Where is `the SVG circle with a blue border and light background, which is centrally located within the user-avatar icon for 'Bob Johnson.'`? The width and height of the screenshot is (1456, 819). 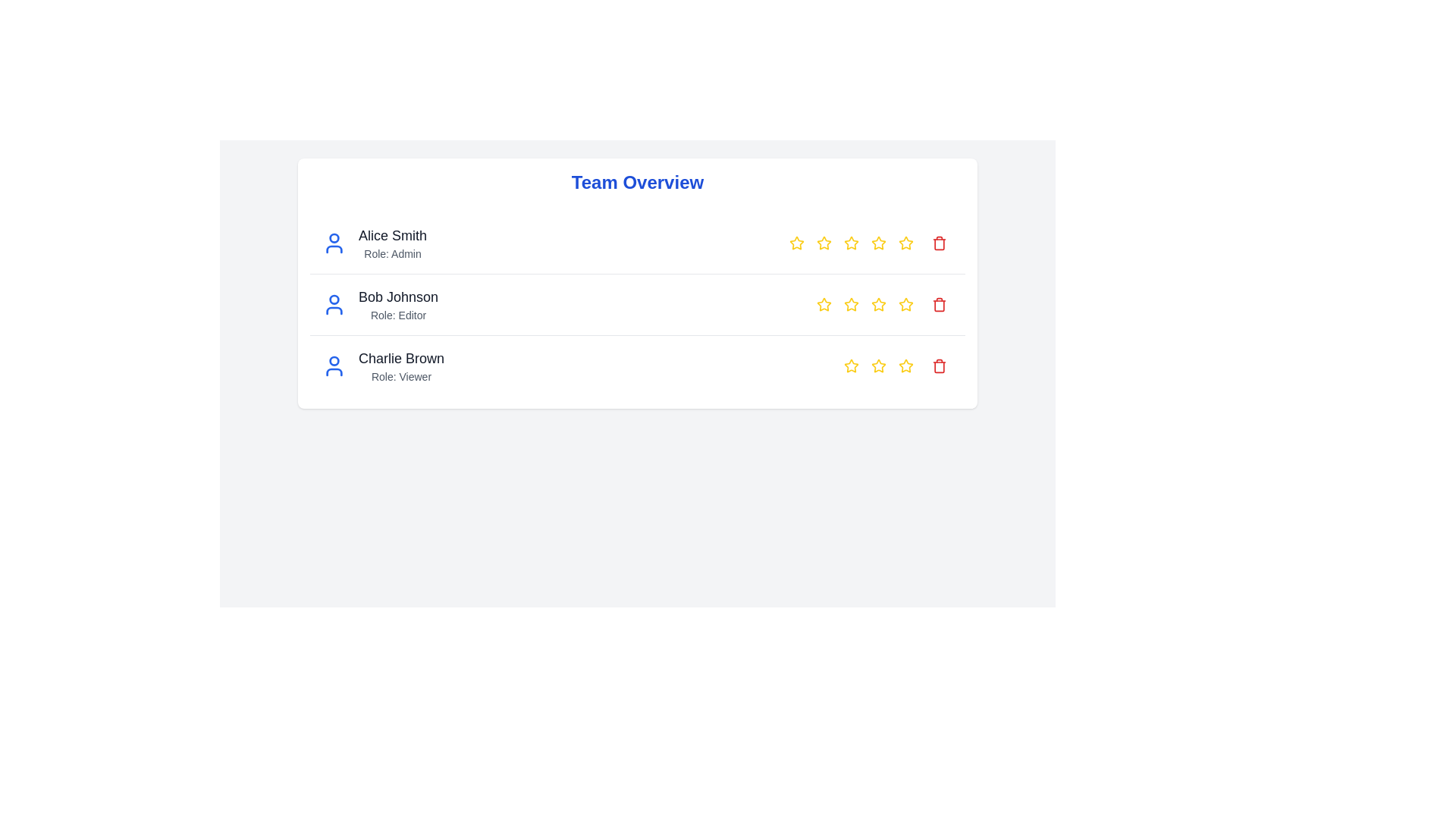 the SVG circle with a blue border and light background, which is centrally located within the user-avatar icon for 'Bob Johnson.' is located at coordinates (334, 299).